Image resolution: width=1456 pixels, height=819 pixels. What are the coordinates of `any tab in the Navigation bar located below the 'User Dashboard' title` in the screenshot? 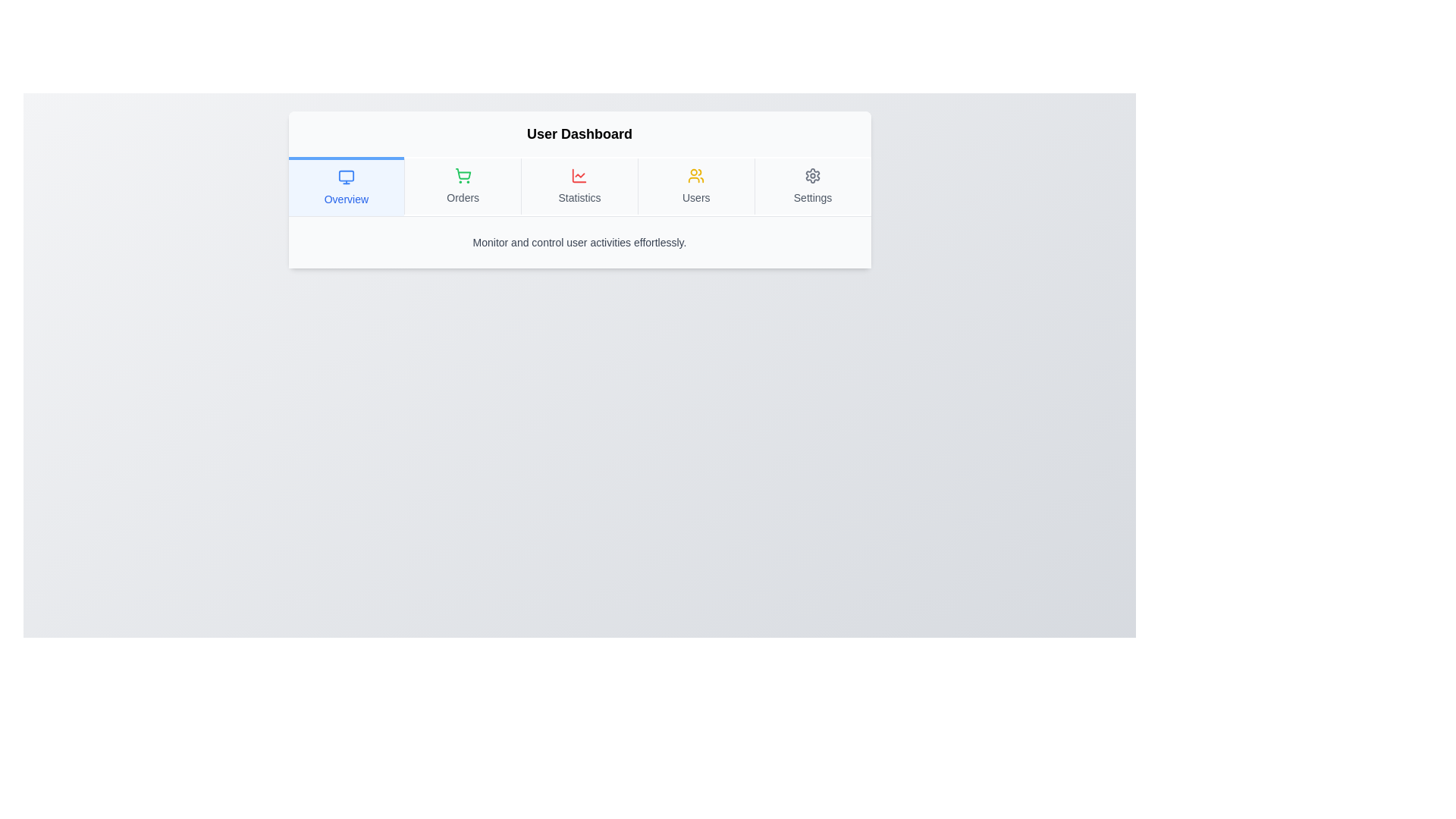 It's located at (579, 186).